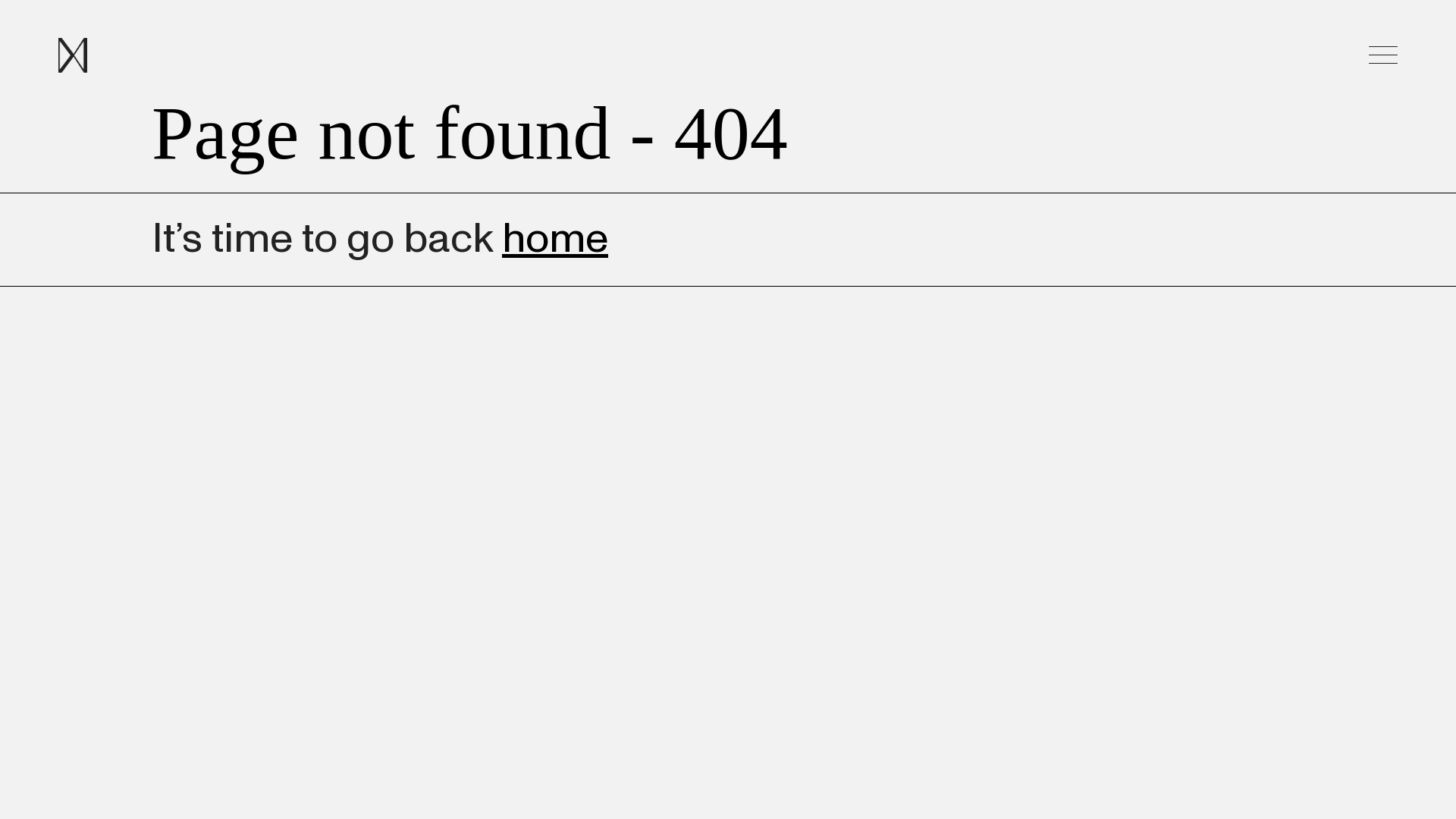 The height and width of the screenshot is (819, 1456). I want to click on 'home', so click(554, 239).